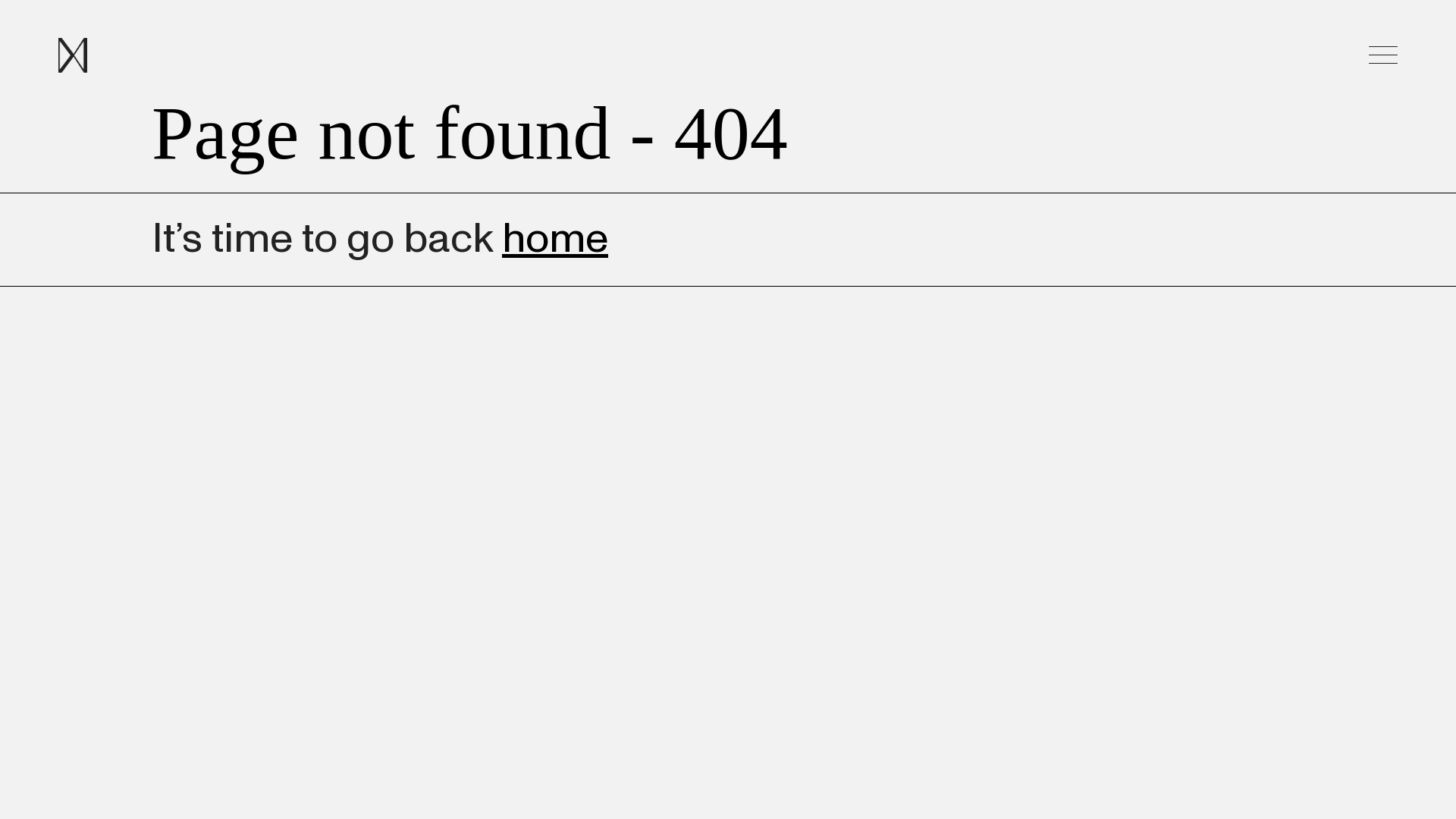 The height and width of the screenshot is (819, 1456). I want to click on 'home', so click(554, 239).